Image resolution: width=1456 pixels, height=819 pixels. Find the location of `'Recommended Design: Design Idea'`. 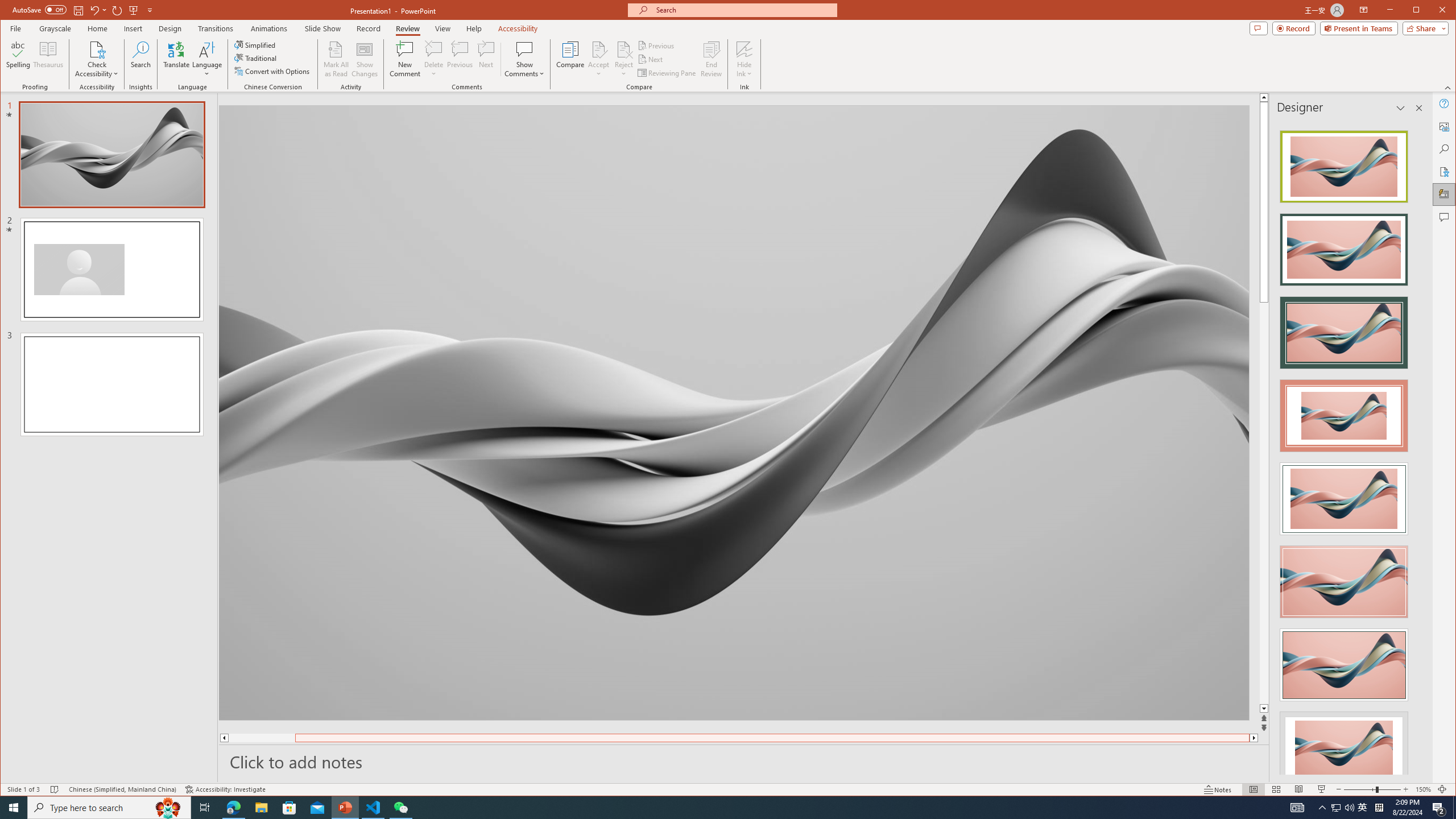

'Recommended Design: Design Idea' is located at coordinates (1343, 163).